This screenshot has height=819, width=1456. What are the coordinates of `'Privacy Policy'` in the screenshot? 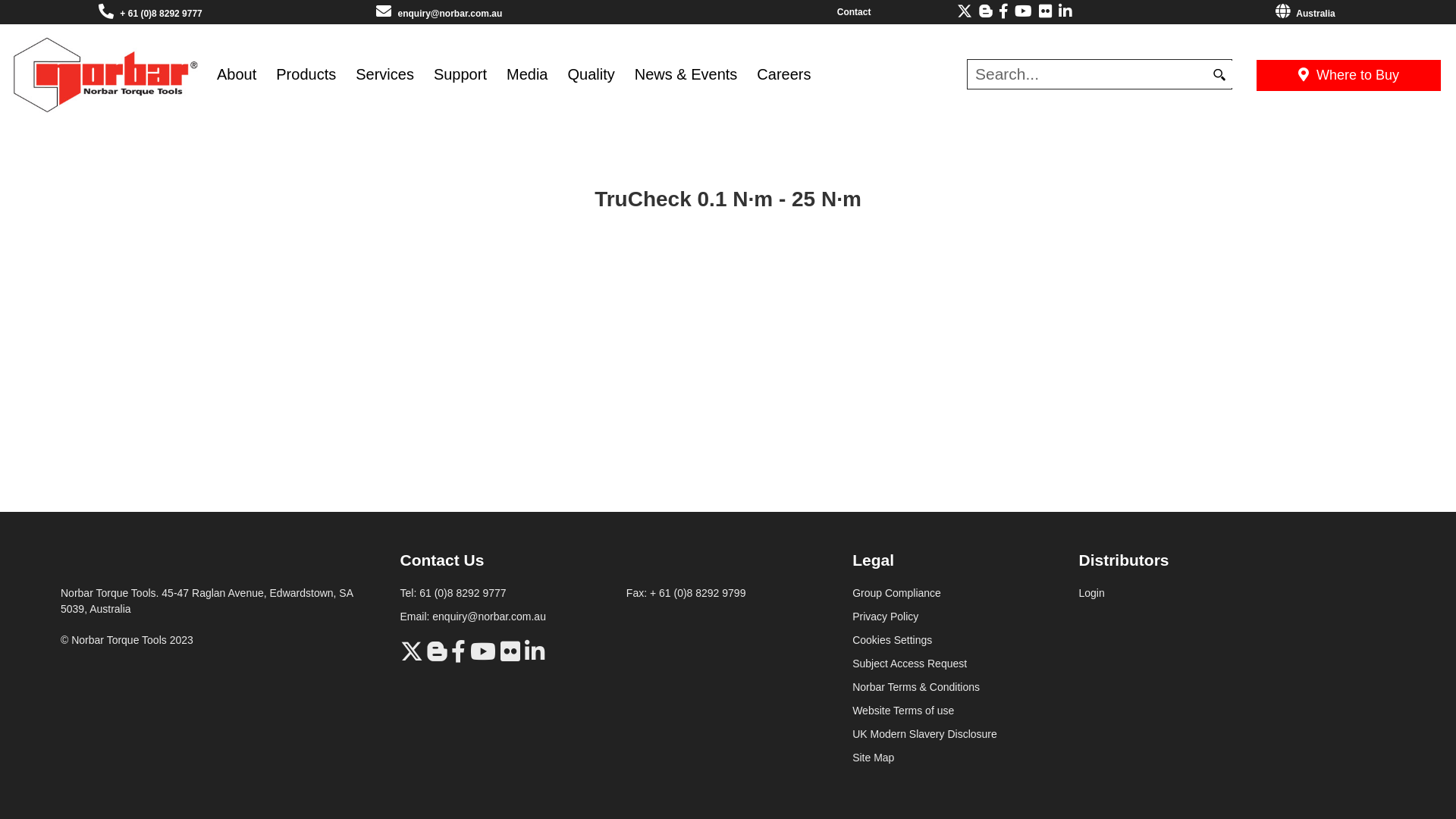 It's located at (885, 617).